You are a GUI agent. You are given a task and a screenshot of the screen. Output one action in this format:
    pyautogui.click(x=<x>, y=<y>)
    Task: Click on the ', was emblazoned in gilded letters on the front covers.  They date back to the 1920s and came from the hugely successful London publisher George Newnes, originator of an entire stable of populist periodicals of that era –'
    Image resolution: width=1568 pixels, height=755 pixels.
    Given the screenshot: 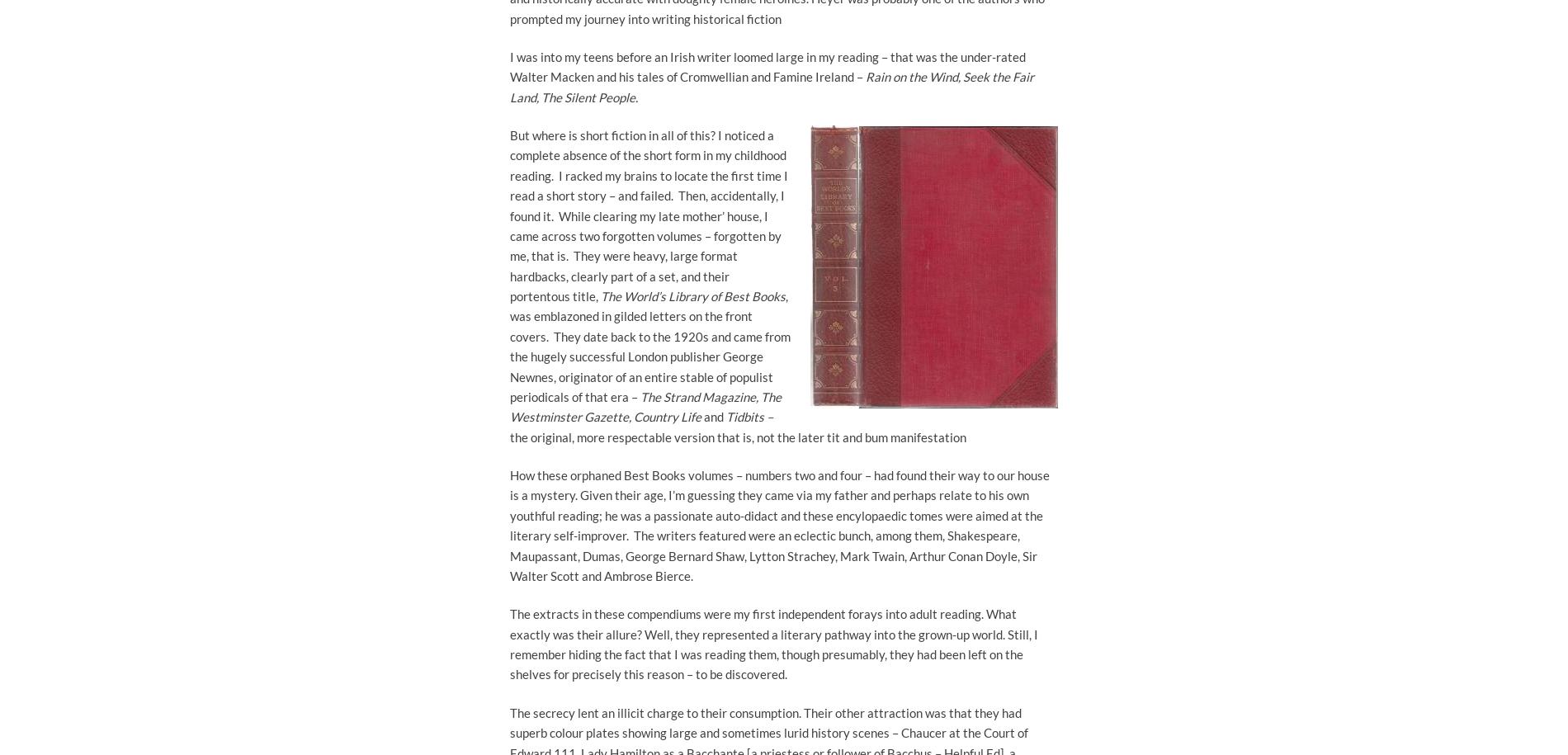 What is the action you would take?
    pyautogui.click(x=649, y=346)
    